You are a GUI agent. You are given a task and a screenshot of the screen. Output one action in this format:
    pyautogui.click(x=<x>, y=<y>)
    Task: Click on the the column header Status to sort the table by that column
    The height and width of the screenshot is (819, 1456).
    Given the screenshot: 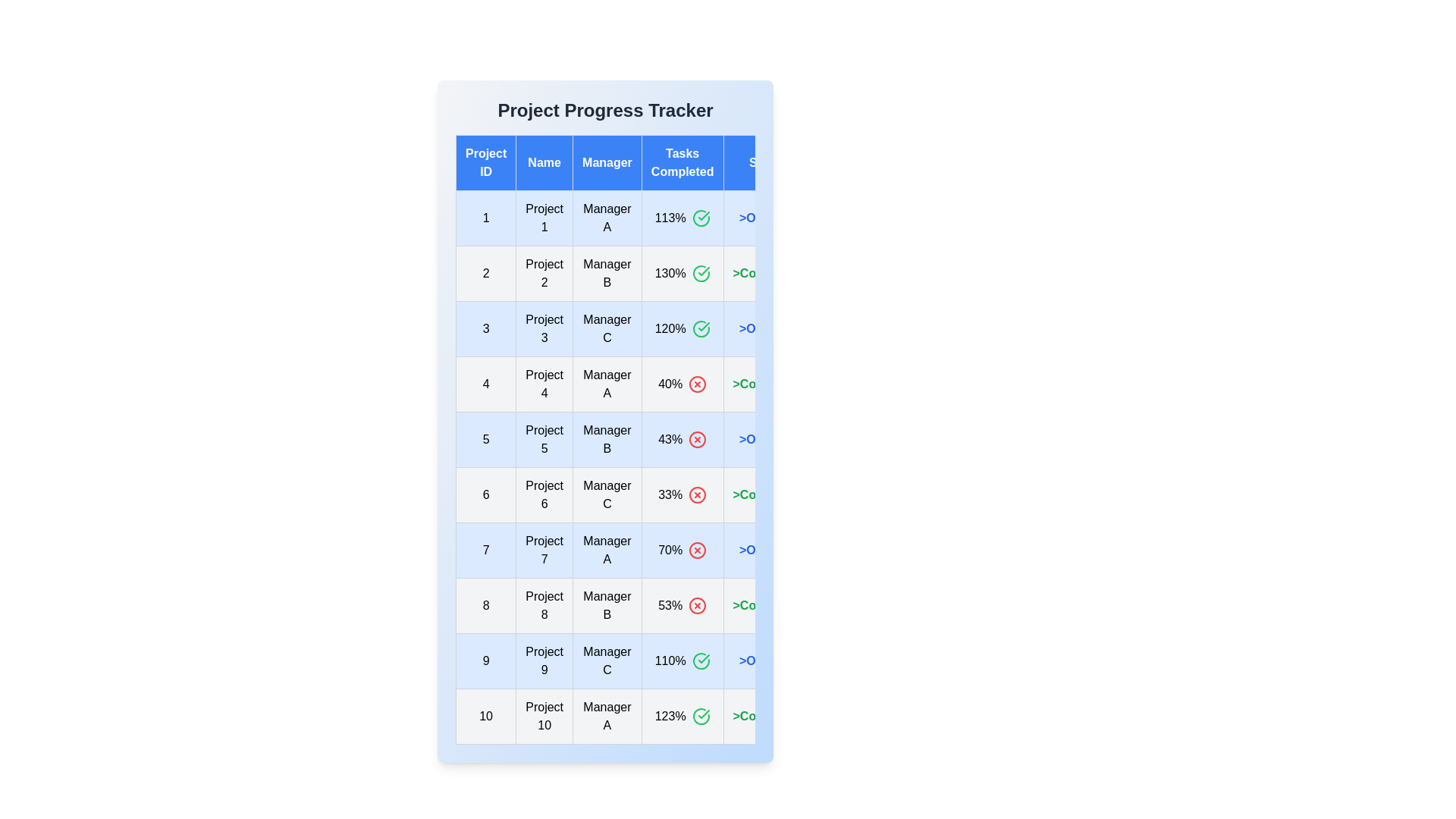 What is the action you would take?
    pyautogui.click(x=767, y=163)
    